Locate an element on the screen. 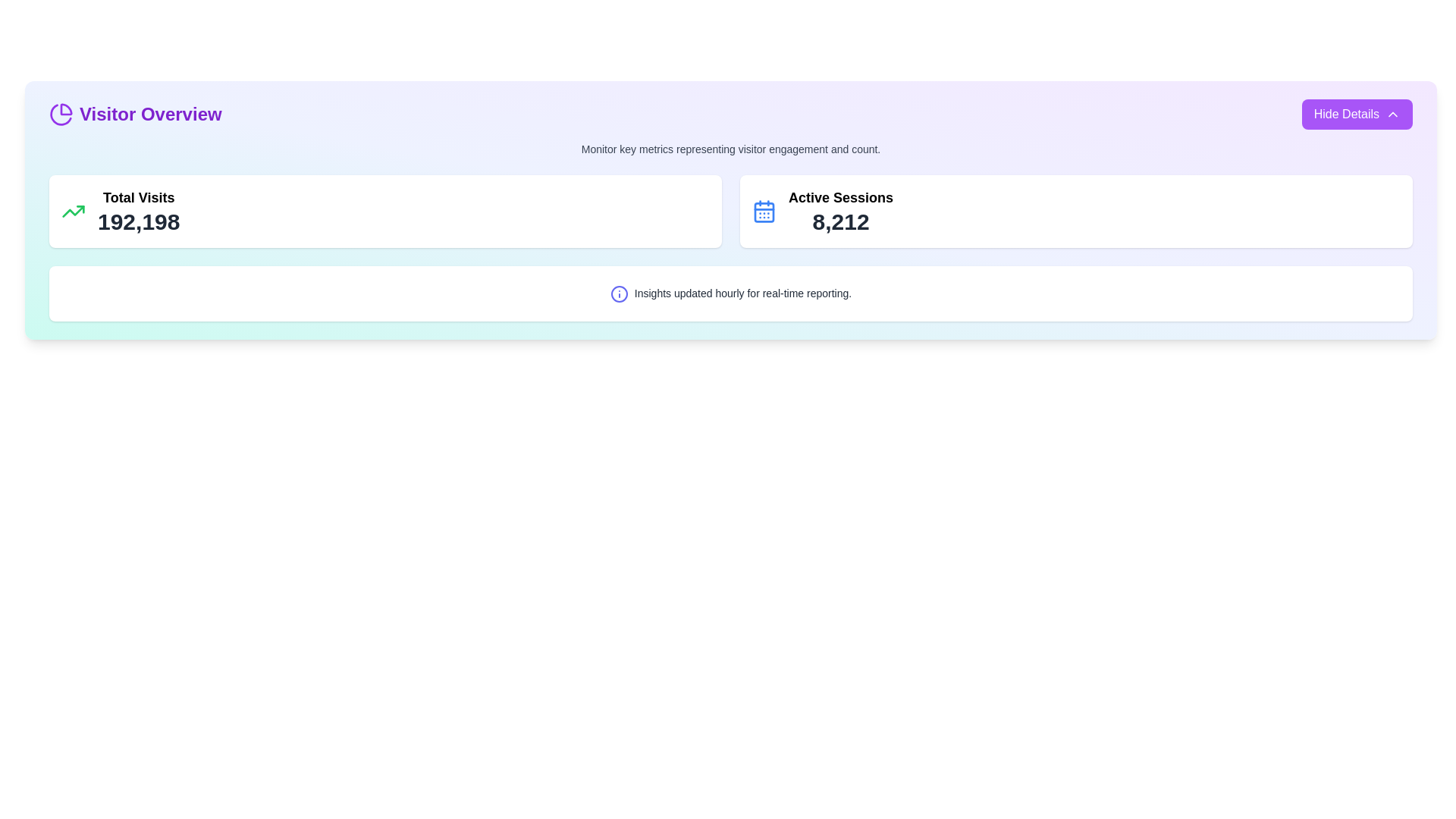 The height and width of the screenshot is (819, 1456). the Static Text Display that shows the total number of visits, located directly below the label 'Total Visits' in the first metric card is located at coordinates (139, 222).